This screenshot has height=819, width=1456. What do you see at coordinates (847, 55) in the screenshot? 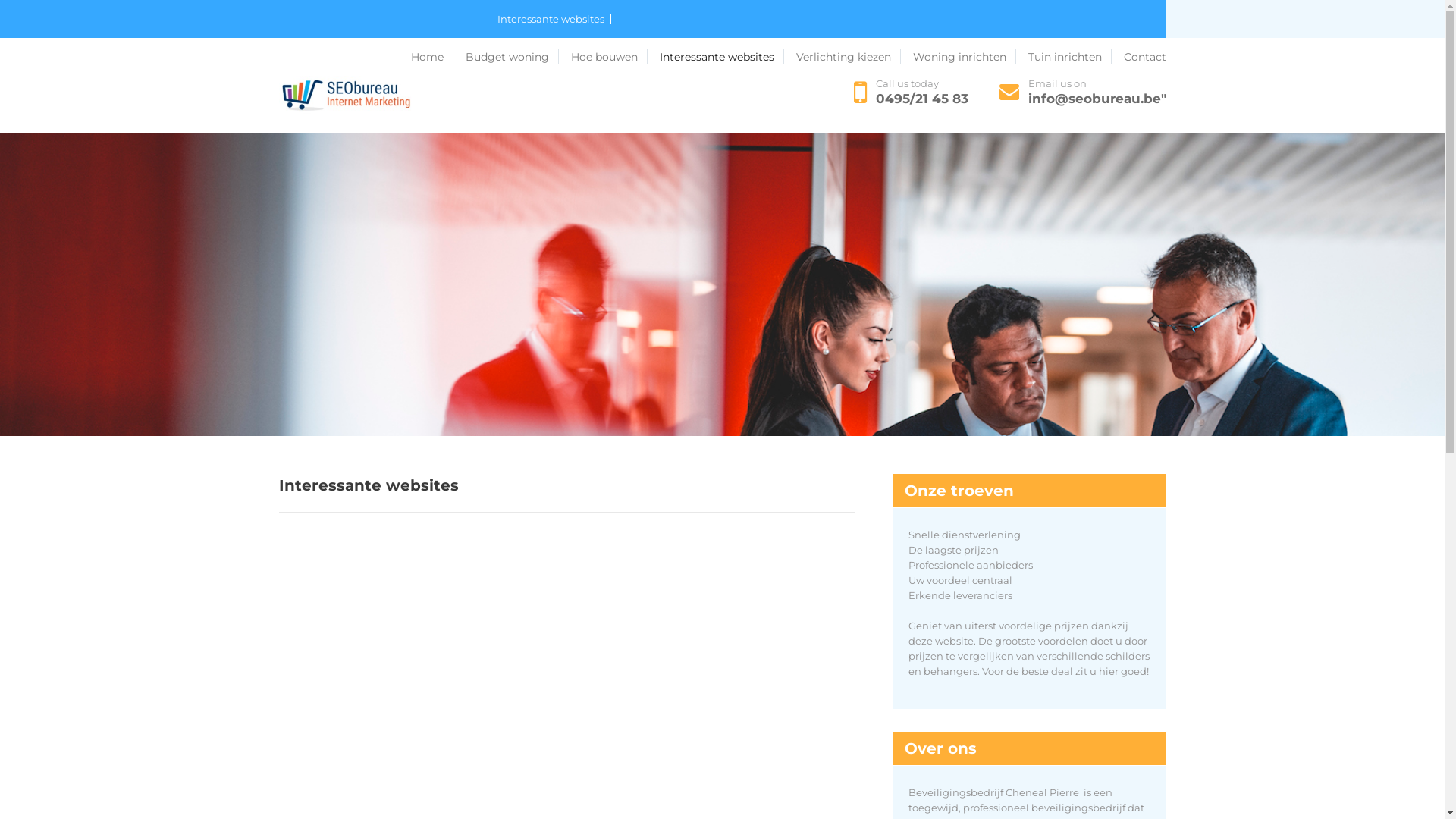
I see `'Verlichting kiezen'` at bounding box center [847, 55].